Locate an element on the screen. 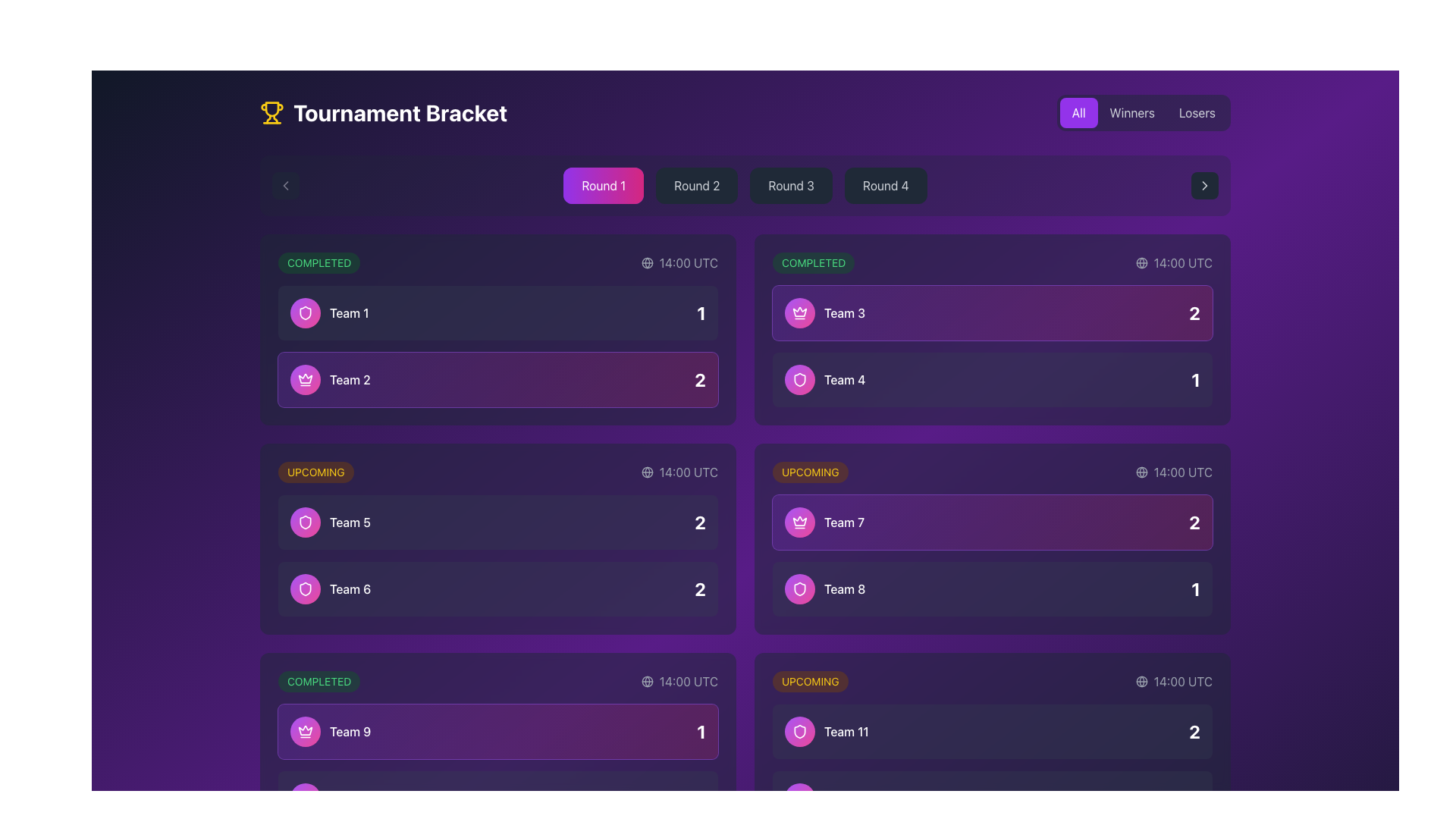 The width and height of the screenshot is (1456, 819). the bold, white numeral '2' displayed on a purple background, located at the far-right side of a horizontal match card is located at coordinates (1194, 522).